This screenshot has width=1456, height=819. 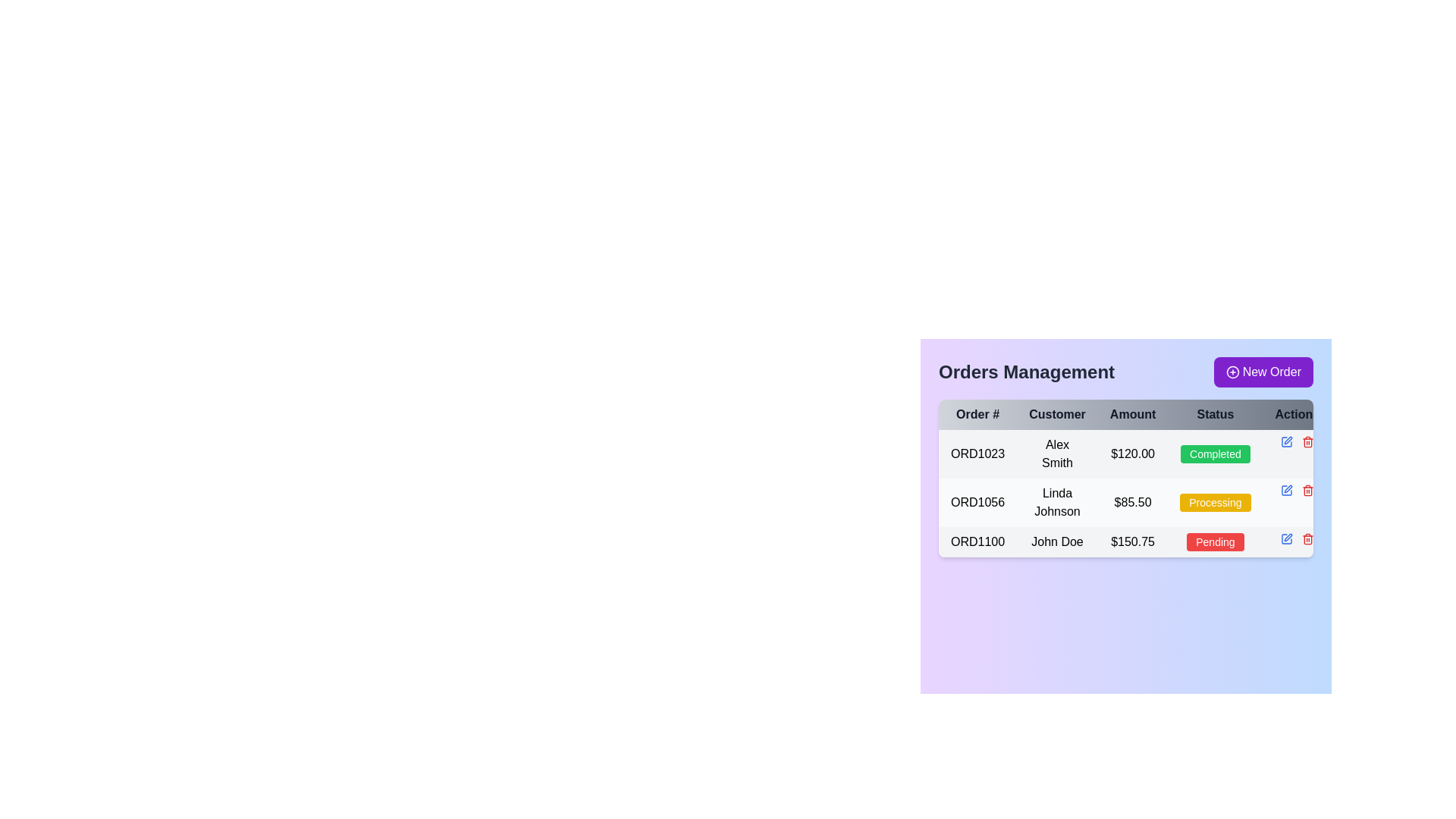 What do you see at coordinates (1232, 372) in the screenshot?
I see `the decorative icon within the 'New Order' button located in the upper-right corner of the 'Orders Management' interface` at bounding box center [1232, 372].